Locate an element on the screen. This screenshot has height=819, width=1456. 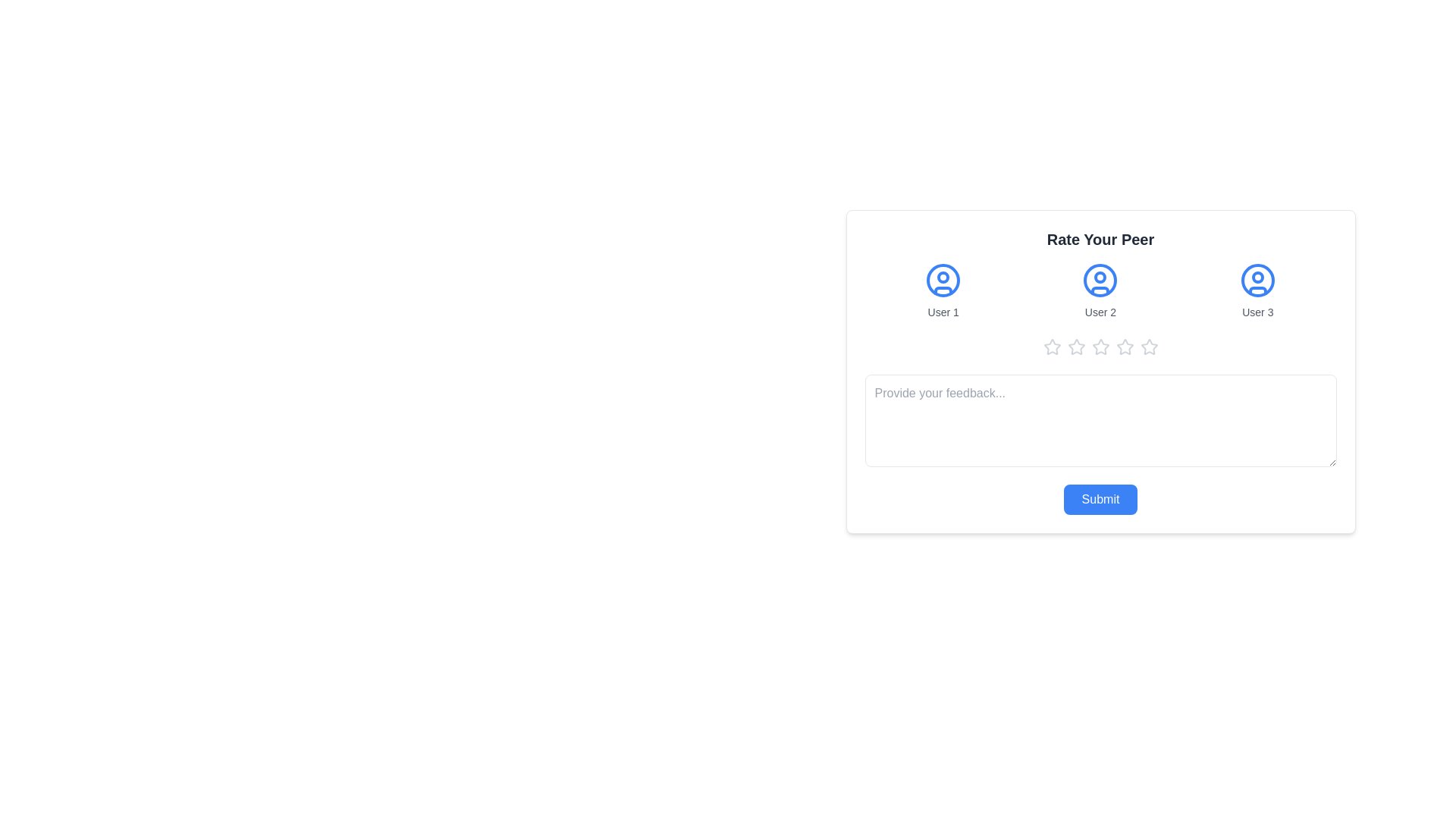
the avatar and label of User 3 is located at coordinates (1257, 291).